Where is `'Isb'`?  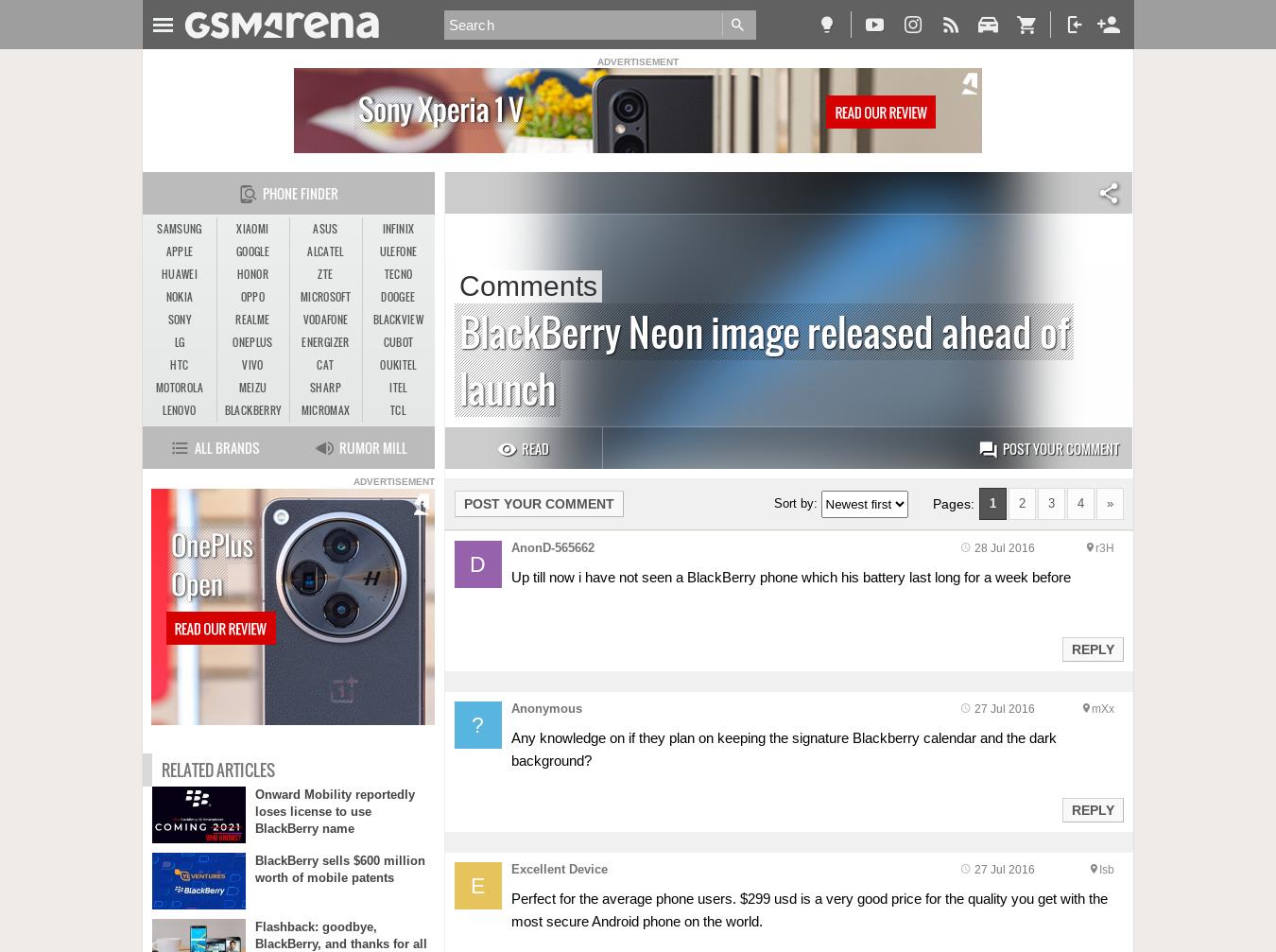 'Isb' is located at coordinates (1105, 868).